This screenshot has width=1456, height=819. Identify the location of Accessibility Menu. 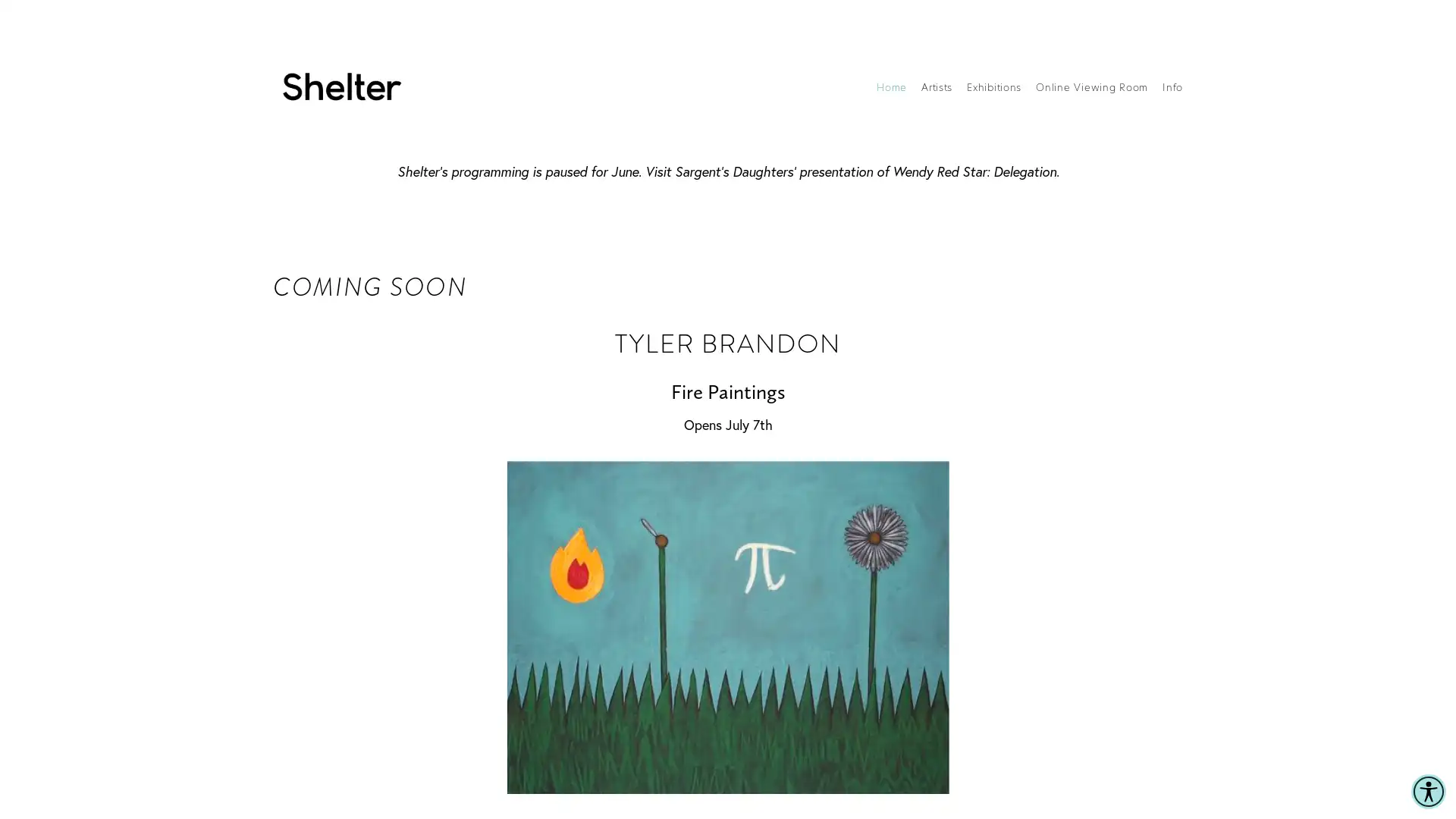
(1427, 791).